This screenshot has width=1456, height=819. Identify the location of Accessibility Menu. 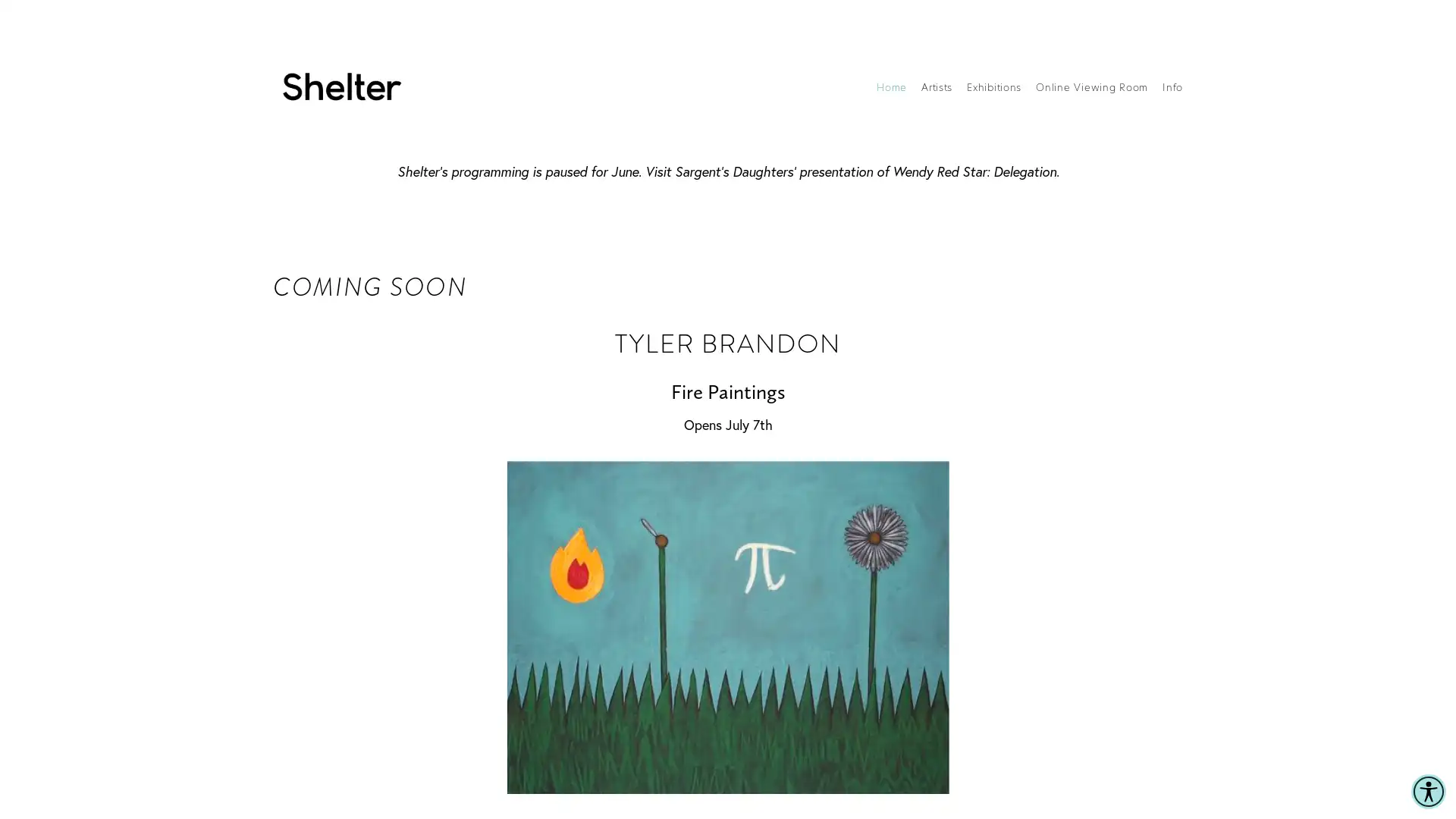
(1427, 791).